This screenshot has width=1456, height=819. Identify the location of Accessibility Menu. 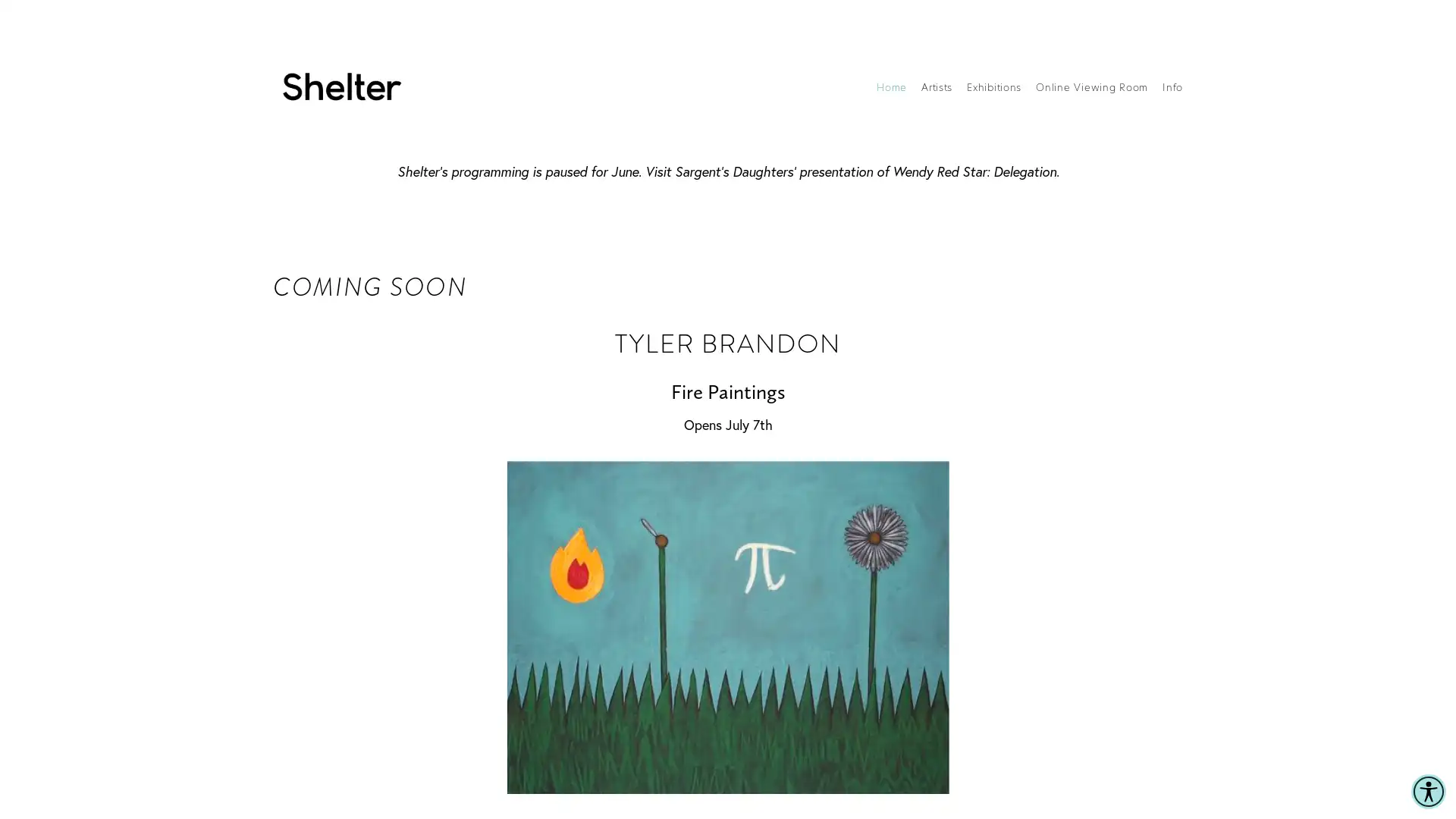
(1427, 791).